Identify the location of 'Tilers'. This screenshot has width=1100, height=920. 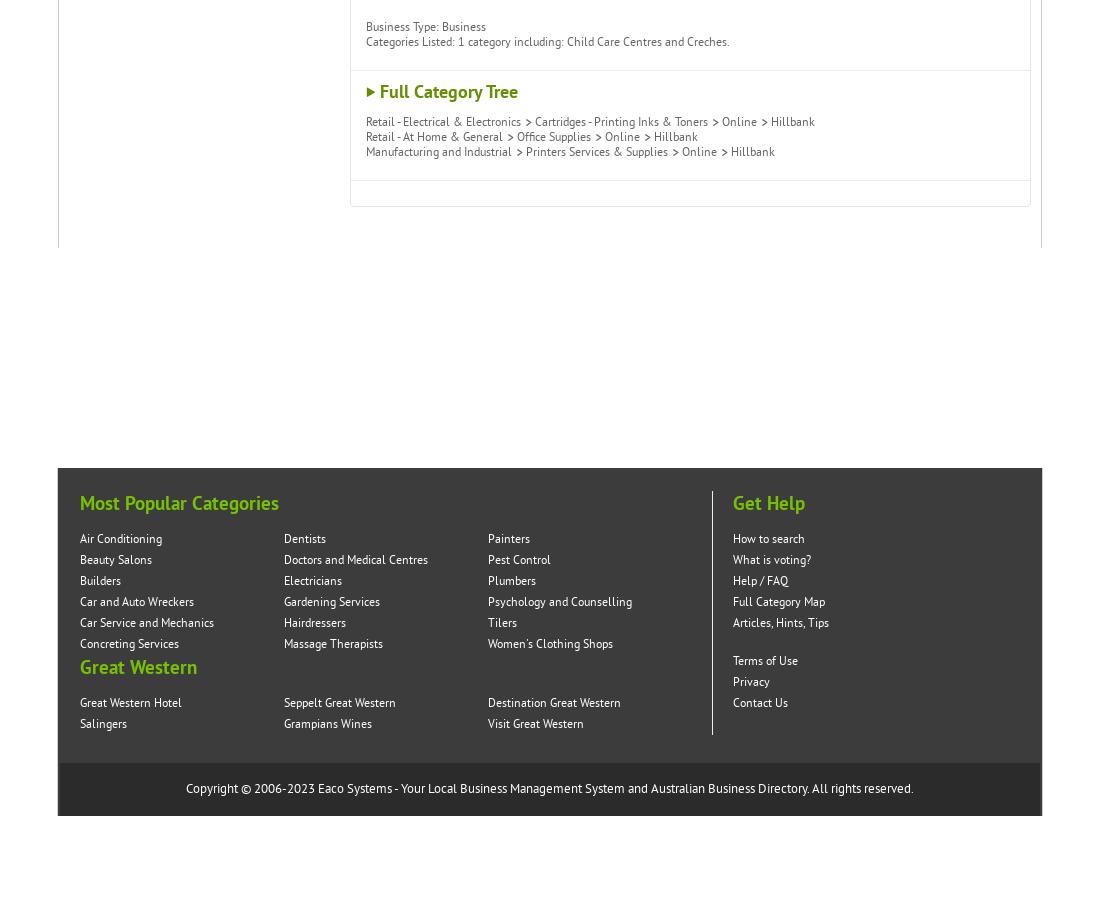
(502, 622).